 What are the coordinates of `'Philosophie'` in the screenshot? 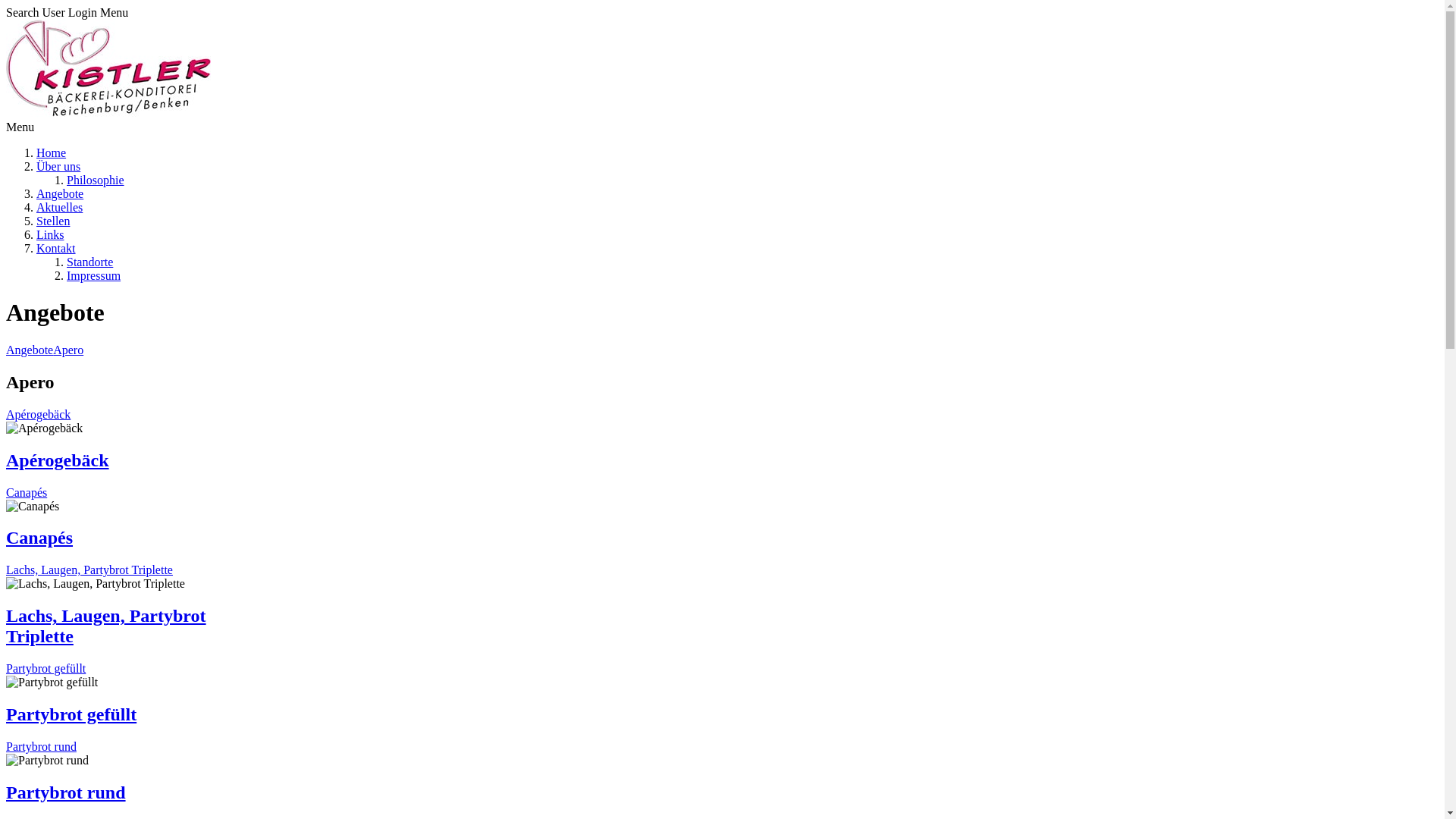 It's located at (94, 179).